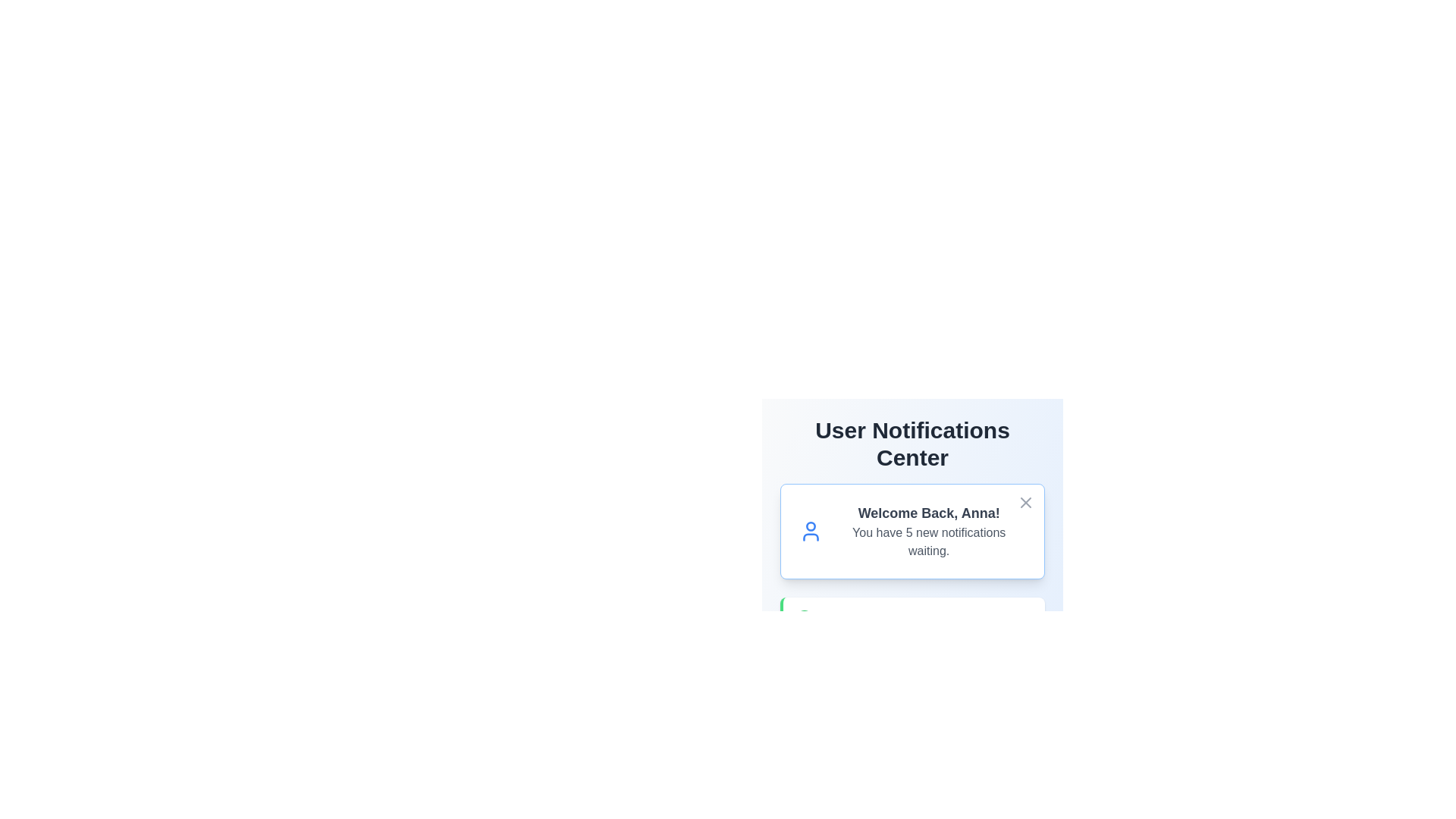 The width and height of the screenshot is (1456, 819). Describe the element at coordinates (928, 513) in the screenshot. I see `the greeting message text label that personalizes the interface by displaying the user's name, located at the top of the notification card in the User Notifications Center` at that location.